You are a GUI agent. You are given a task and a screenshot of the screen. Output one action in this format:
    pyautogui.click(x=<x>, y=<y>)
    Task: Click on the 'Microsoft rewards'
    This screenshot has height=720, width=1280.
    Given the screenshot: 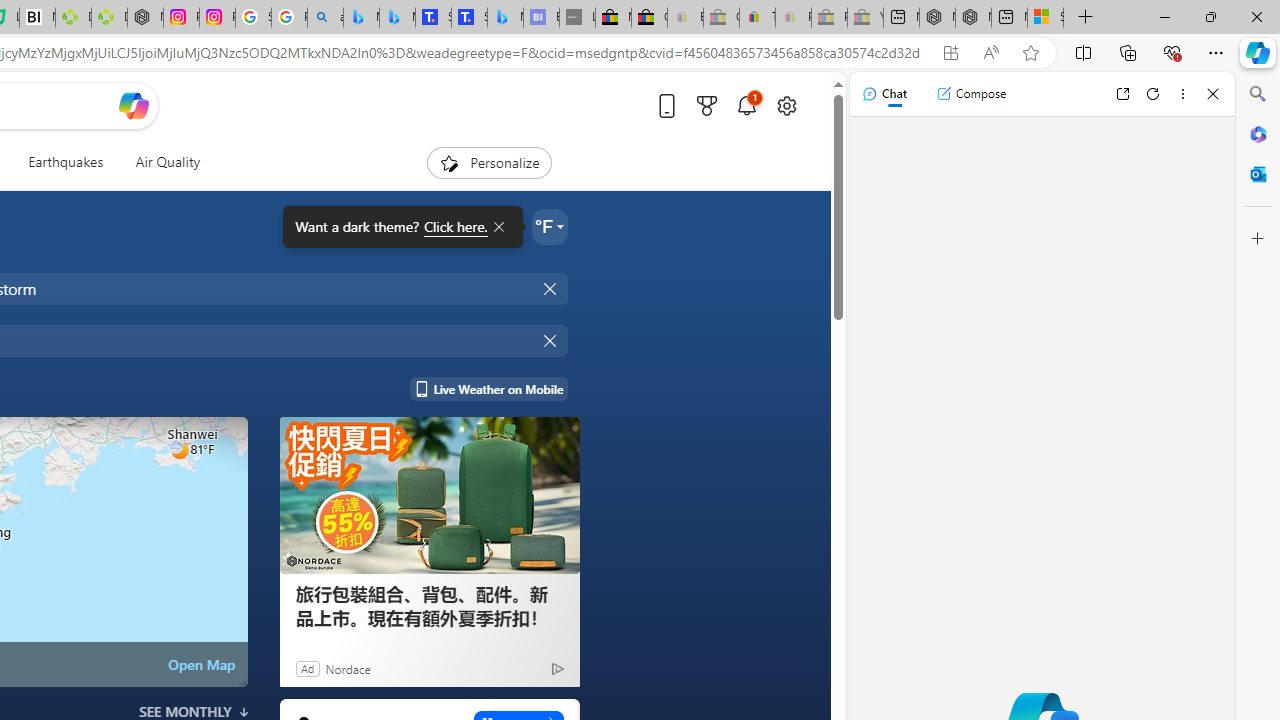 What is the action you would take?
    pyautogui.click(x=707, y=105)
    